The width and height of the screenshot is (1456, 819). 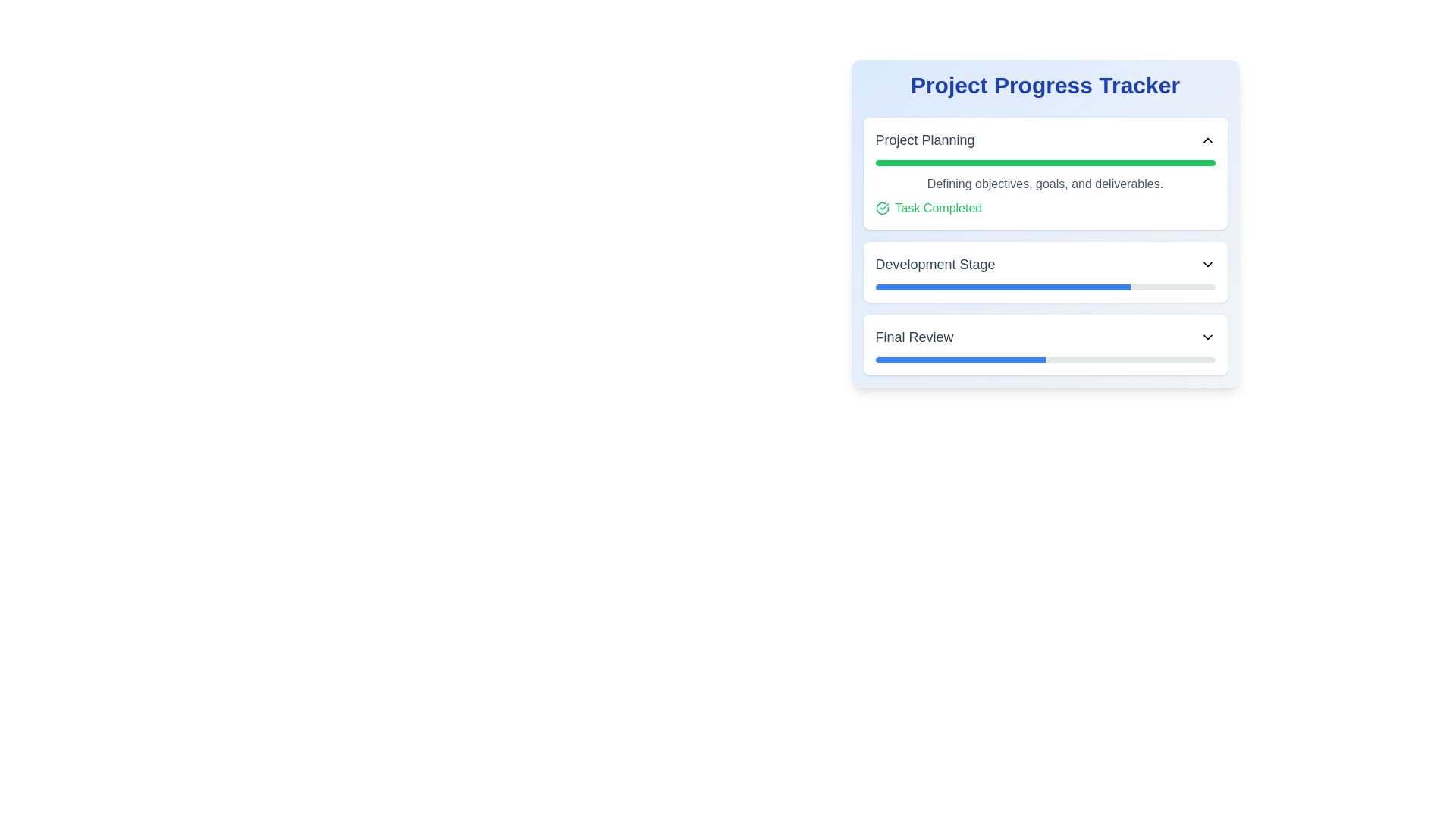 I want to click on the blue progress bar segment representing 50% progress within the Final Review section of the Project Progress Tracker, so click(x=959, y=359).